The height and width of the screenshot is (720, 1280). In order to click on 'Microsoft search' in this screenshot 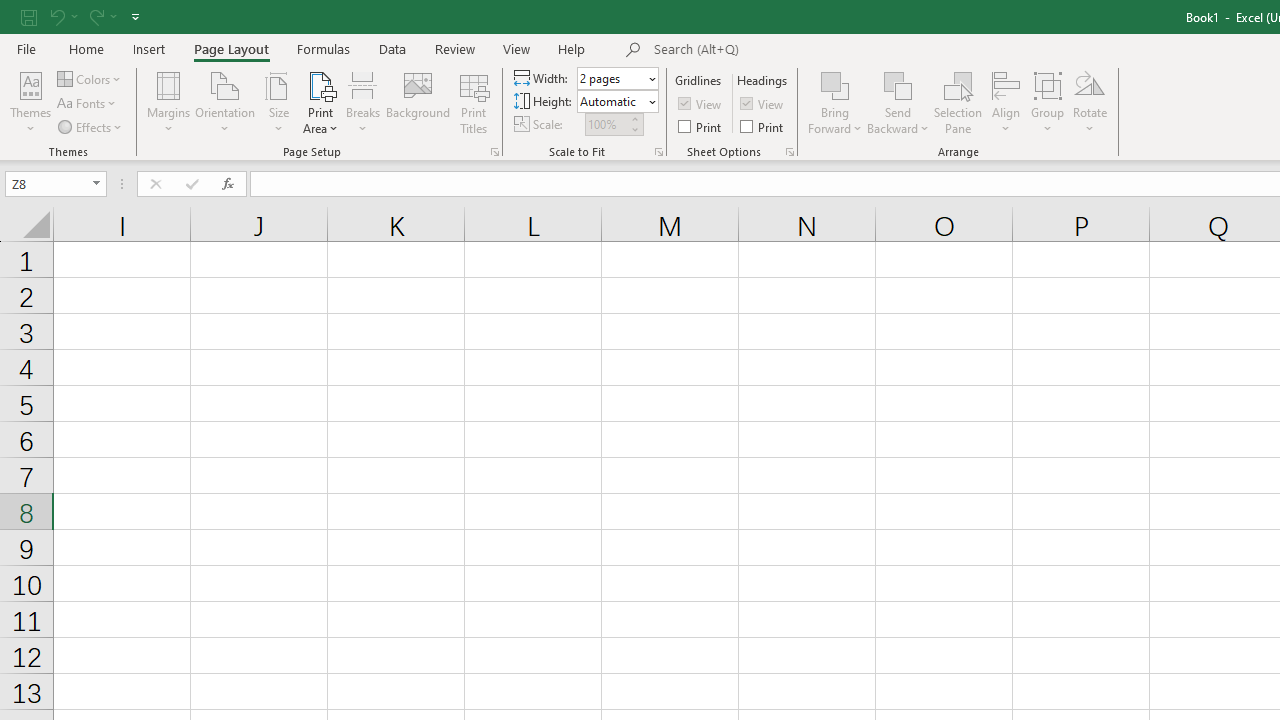, I will do `click(791, 49)`.